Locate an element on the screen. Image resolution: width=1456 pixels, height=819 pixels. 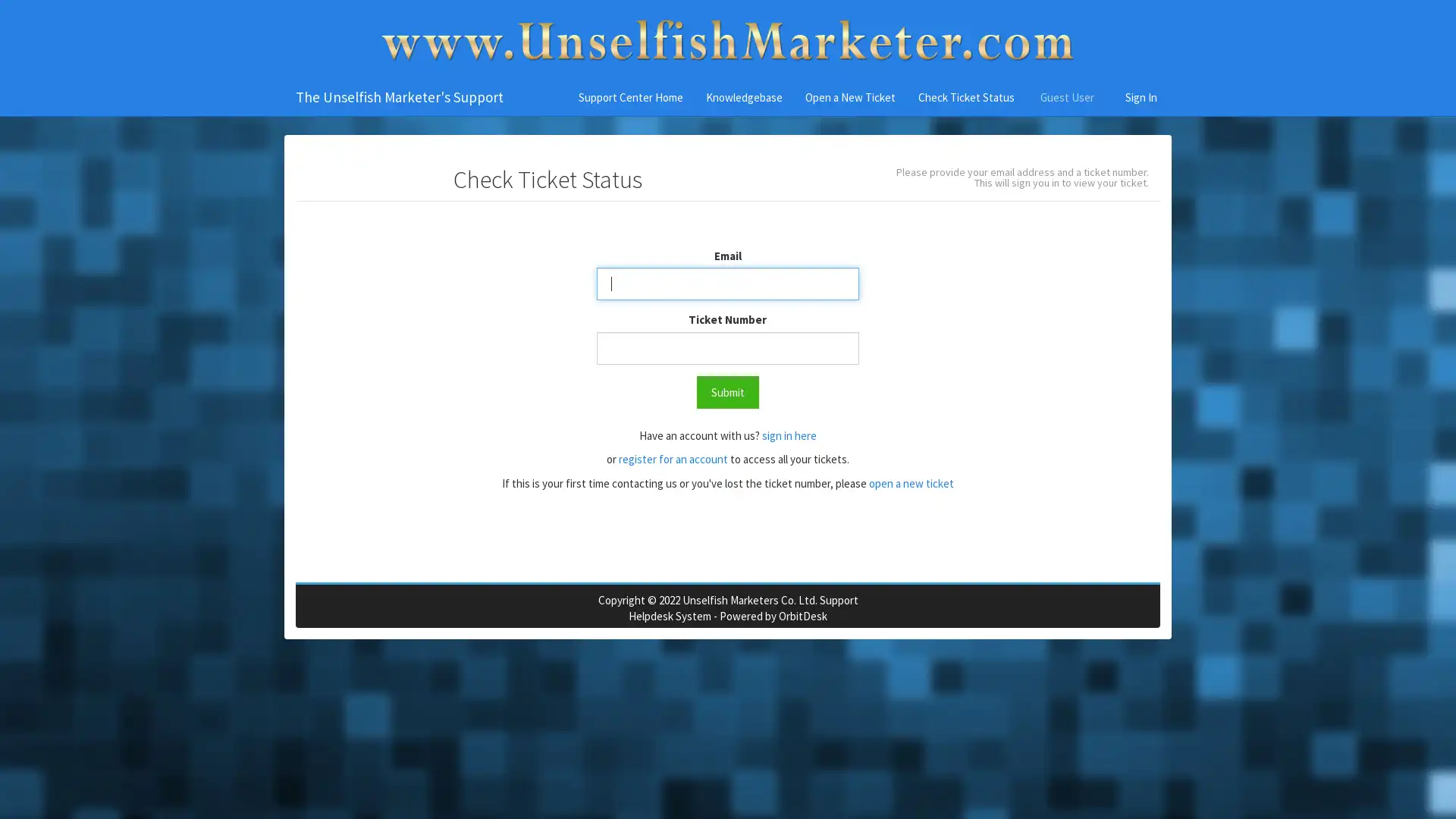
Guest User is located at coordinates (1066, 96).